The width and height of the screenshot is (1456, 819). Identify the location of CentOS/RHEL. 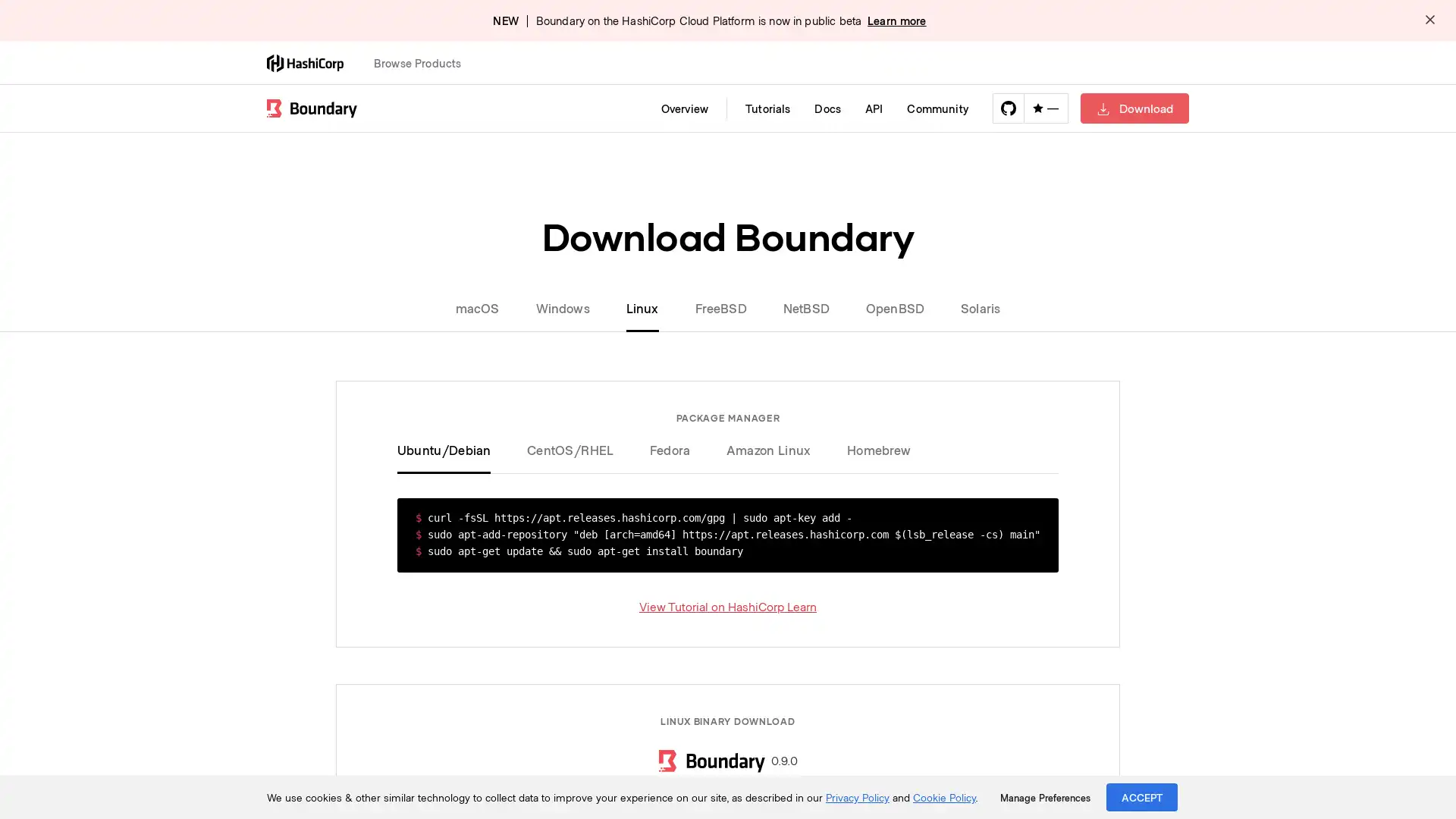
(570, 449).